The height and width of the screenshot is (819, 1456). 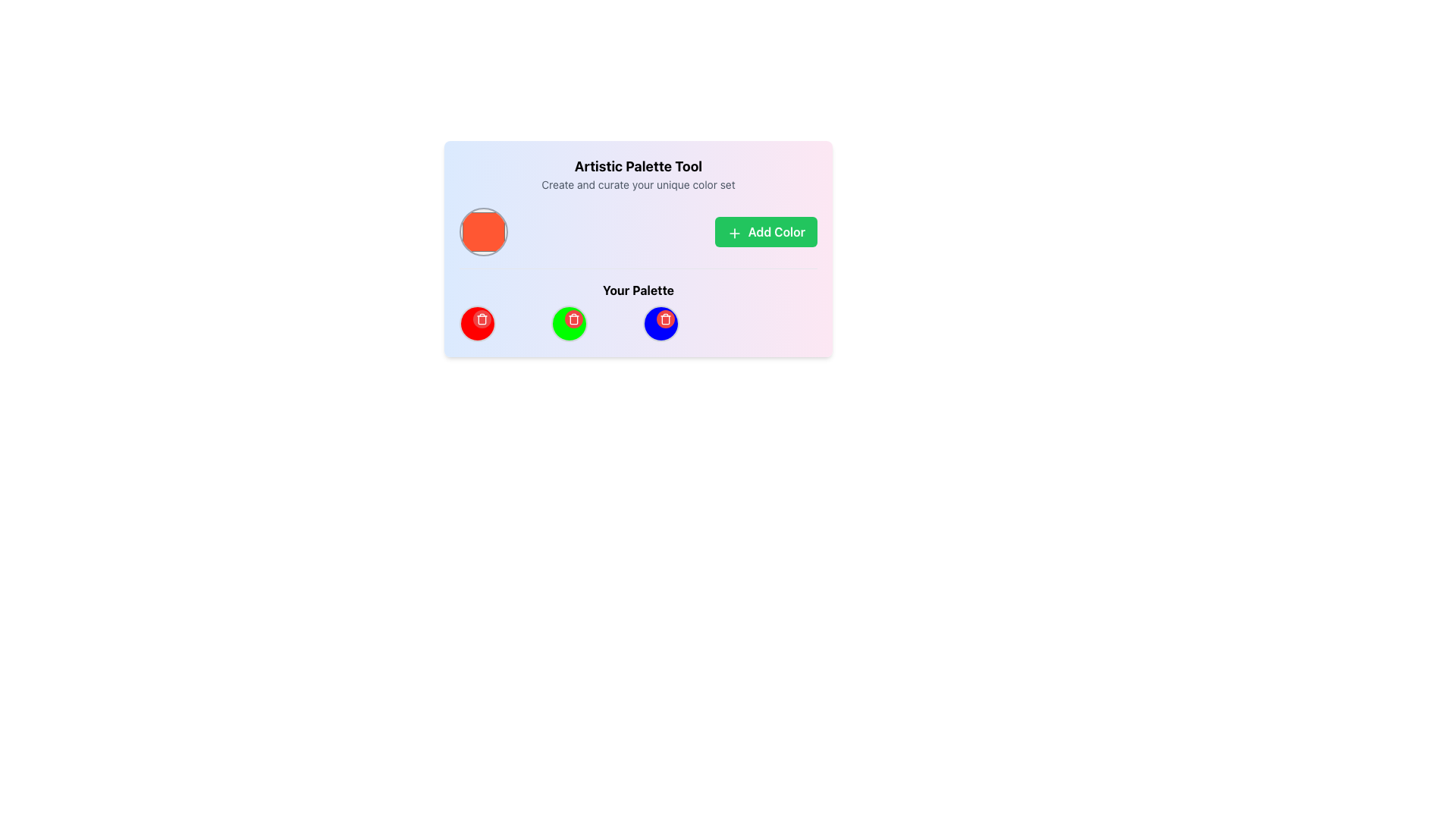 What do you see at coordinates (483, 231) in the screenshot?
I see `the Color Selector Circle, which is an orange circular UI component with a gray outline` at bounding box center [483, 231].